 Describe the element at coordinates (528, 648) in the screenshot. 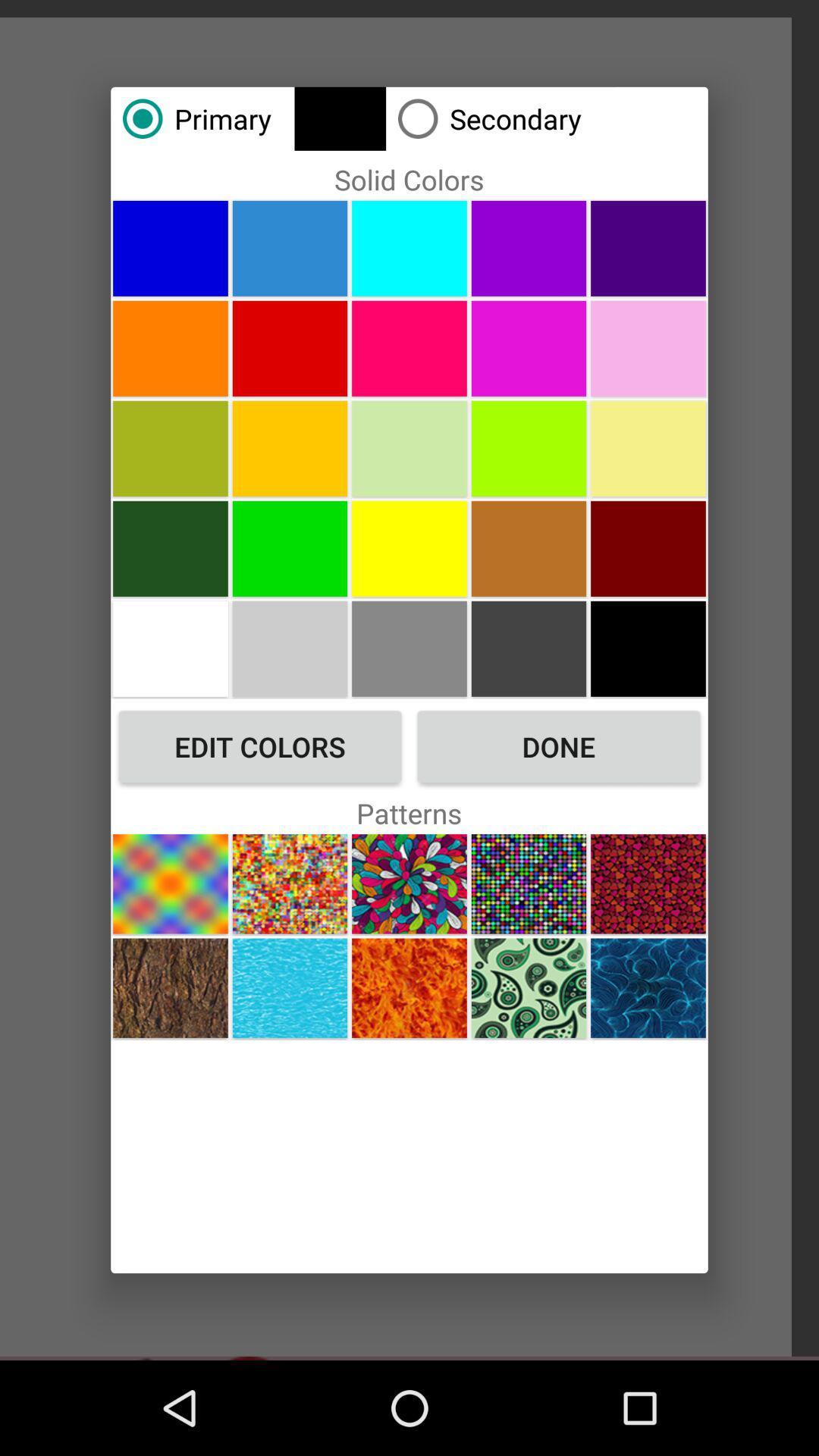

I see `picture` at that location.